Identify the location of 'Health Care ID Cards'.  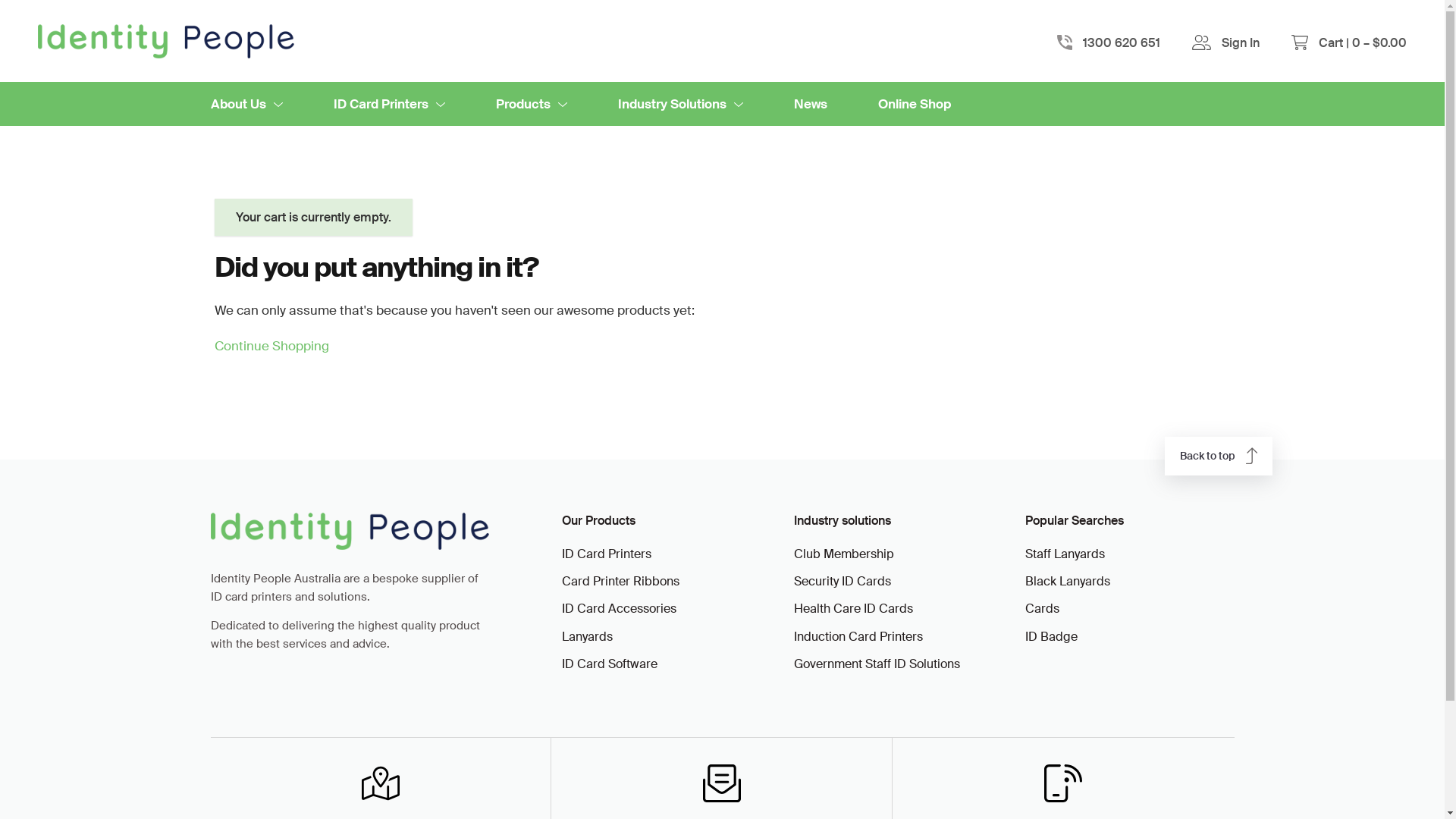
(895, 607).